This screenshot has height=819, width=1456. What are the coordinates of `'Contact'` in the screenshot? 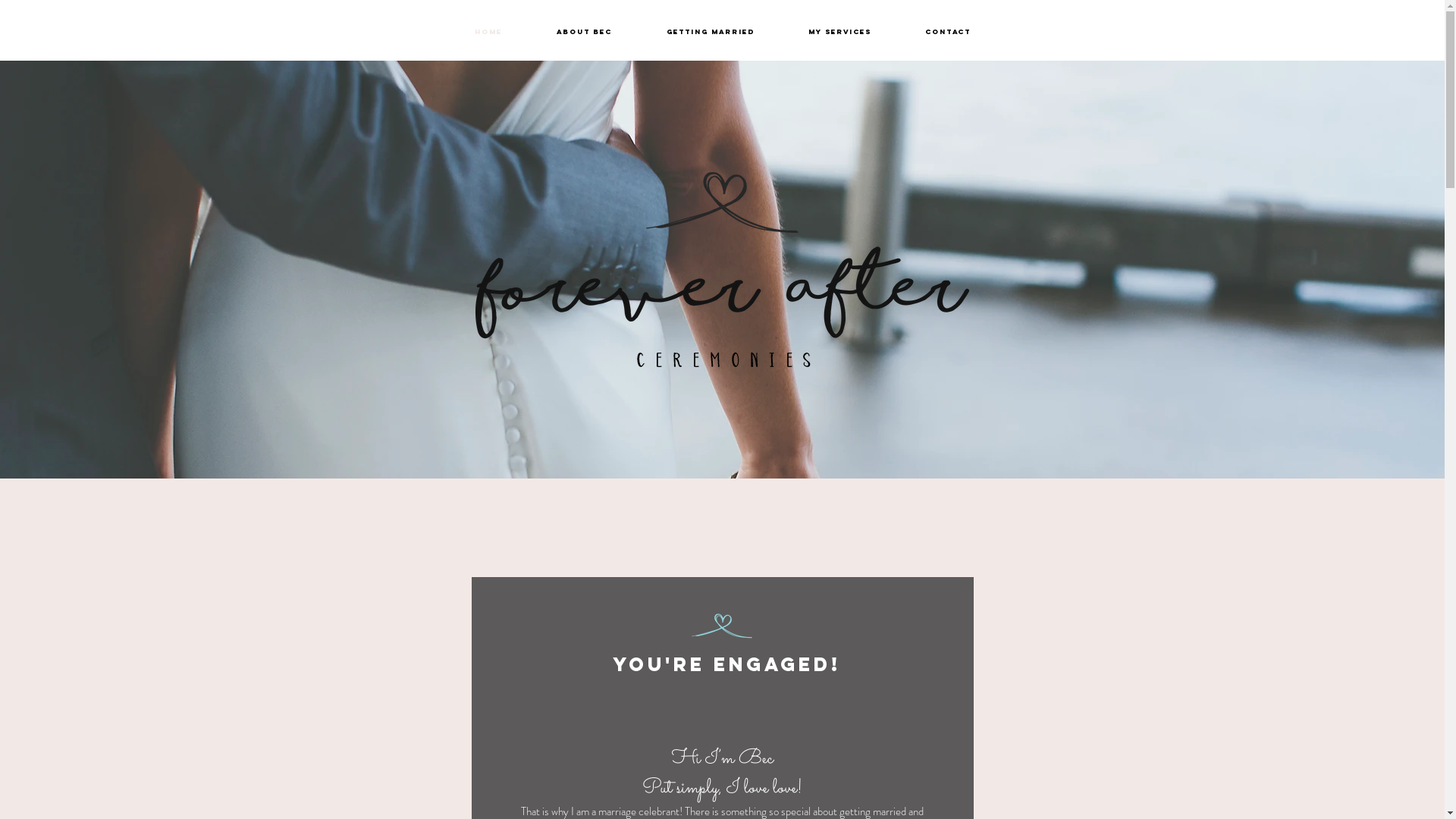 It's located at (946, 32).